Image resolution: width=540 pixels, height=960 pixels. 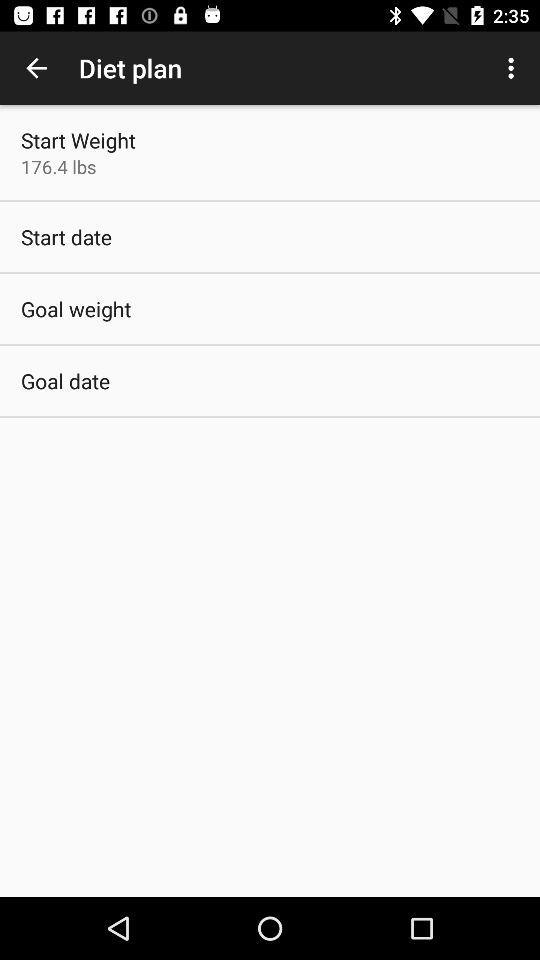 What do you see at coordinates (513, 68) in the screenshot?
I see `icon next to the diet plan item` at bounding box center [513, 68].